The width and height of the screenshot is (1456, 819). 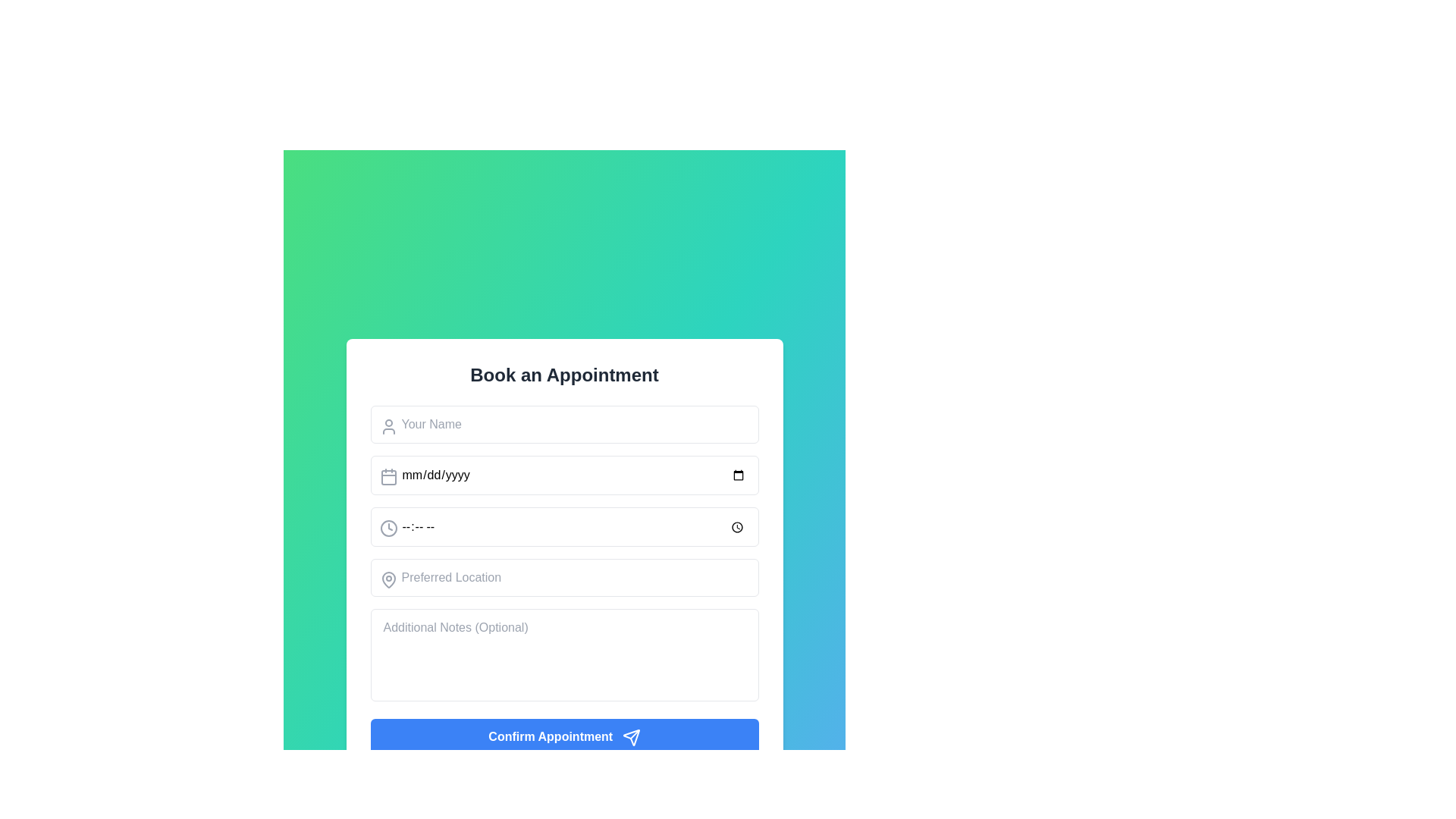 I want to click on the multi-line text area for additional notes located below the input fields for name, date, time, and location in the 'Book an Appointment' form, so click(x=563, y=654).